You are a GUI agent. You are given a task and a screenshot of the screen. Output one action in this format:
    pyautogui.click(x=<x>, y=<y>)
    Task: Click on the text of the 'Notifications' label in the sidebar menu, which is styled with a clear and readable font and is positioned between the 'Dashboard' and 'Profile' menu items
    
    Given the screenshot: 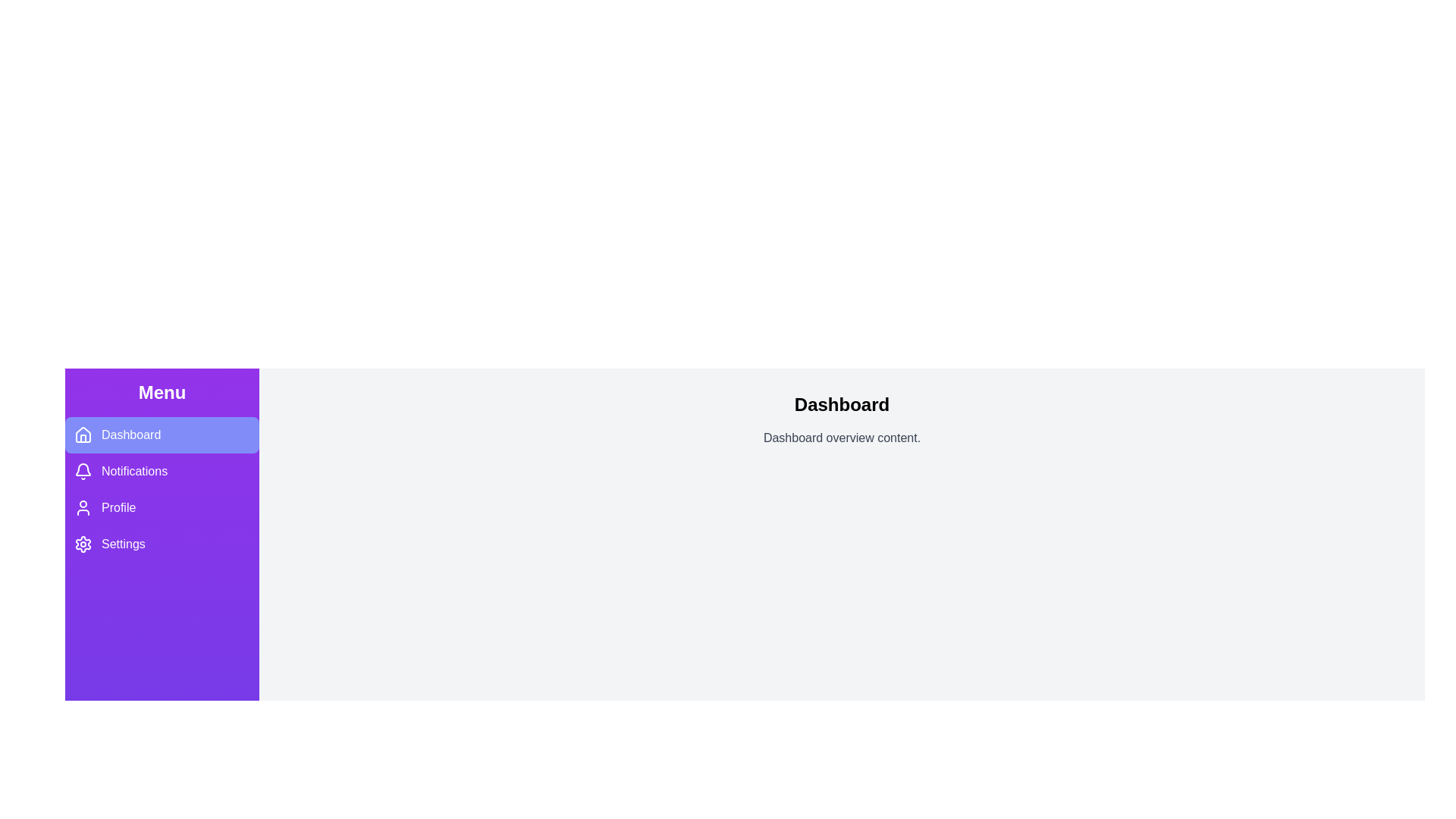 What is the action you would take?
    pyautogui.click(x=134, y=470)
    